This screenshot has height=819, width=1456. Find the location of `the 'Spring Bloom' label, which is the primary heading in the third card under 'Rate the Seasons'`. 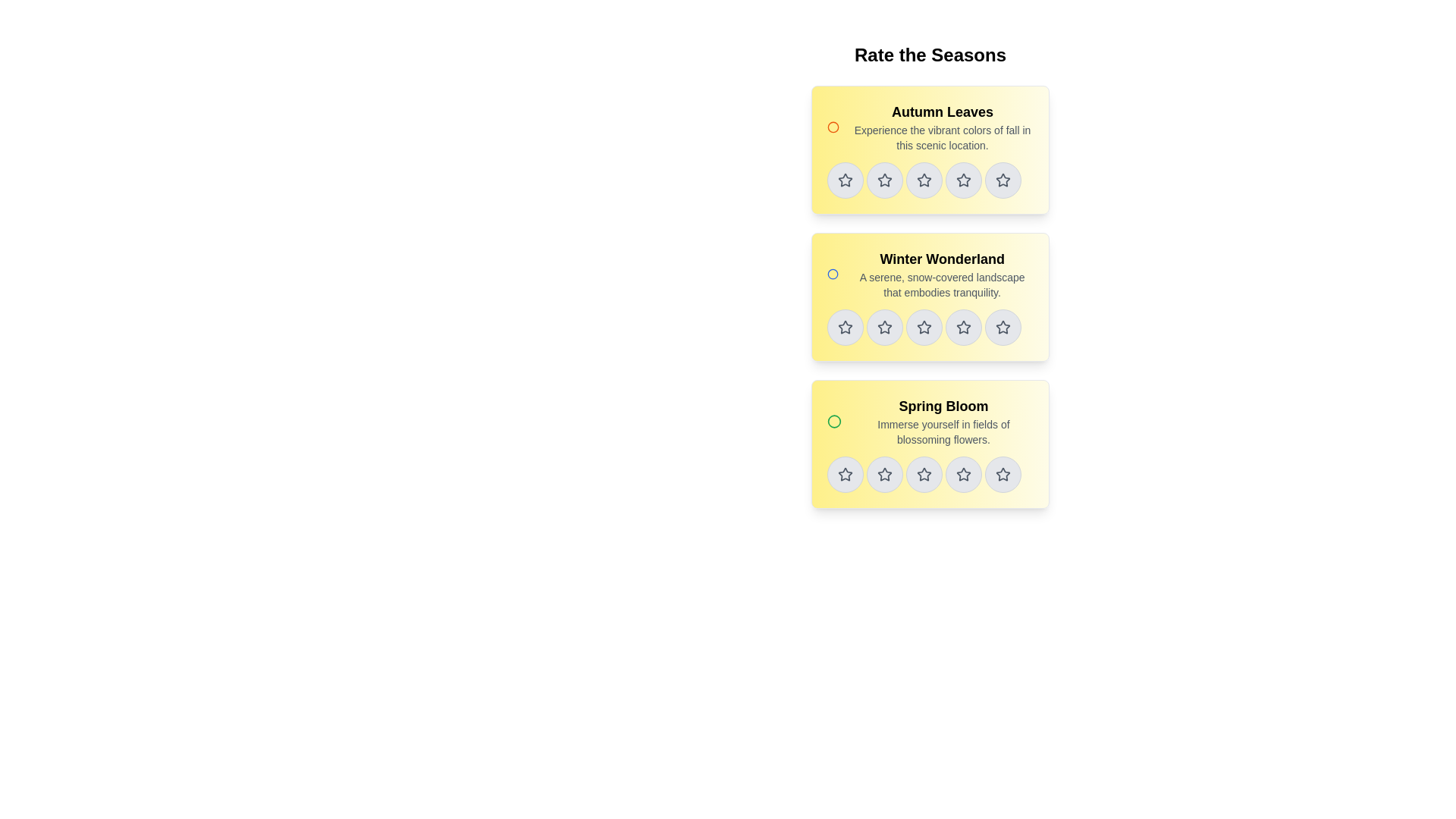

the 'Spring Bloom' label, which is the primary heading in the third card under 'Rate the Seasons' is located at coordinates (943, 406).